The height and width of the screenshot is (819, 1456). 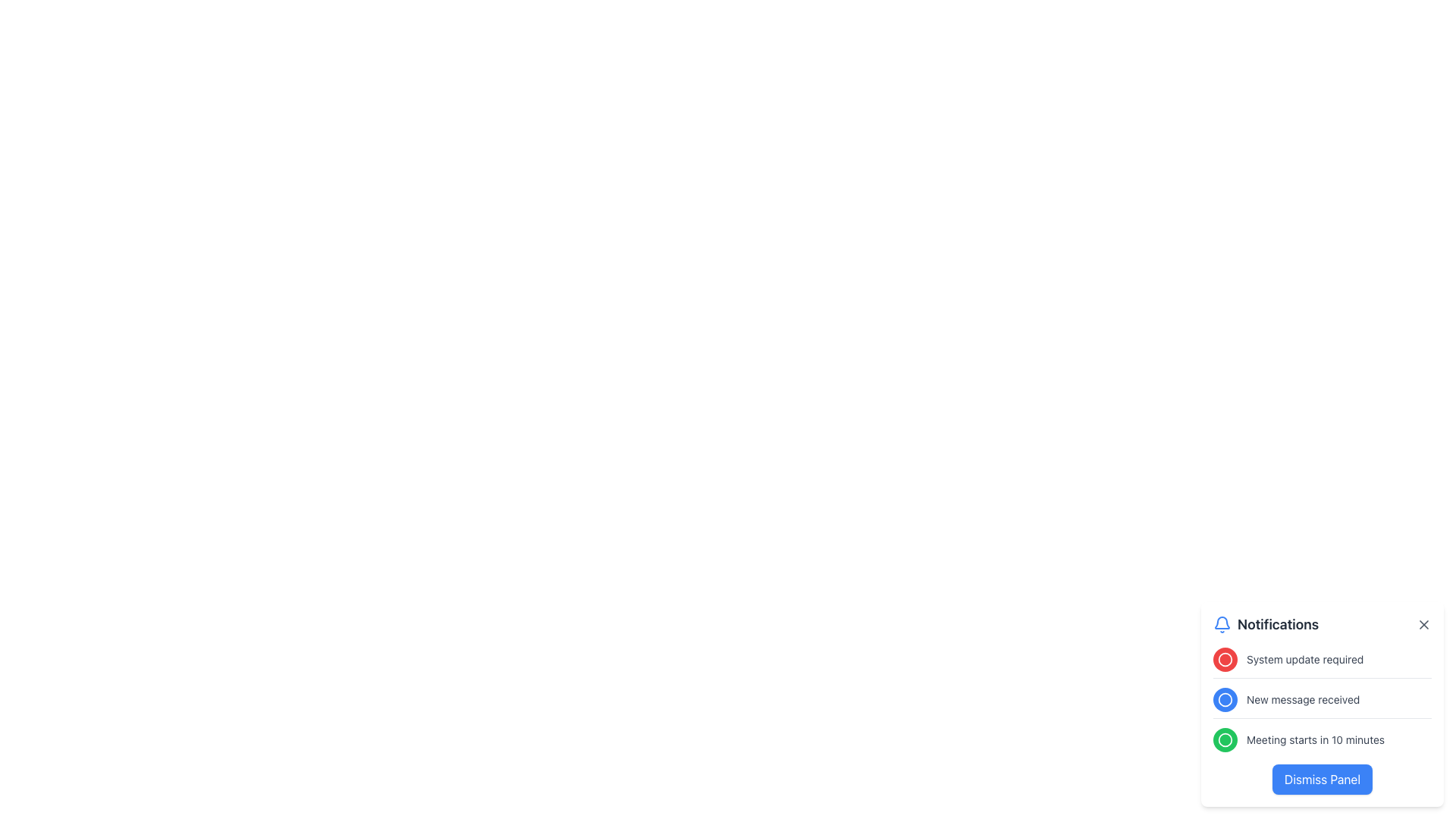 What do you see at coordinates (1225, 739) in the screenshot?
I see `the Status icon` at bounding box center [1225, 739].